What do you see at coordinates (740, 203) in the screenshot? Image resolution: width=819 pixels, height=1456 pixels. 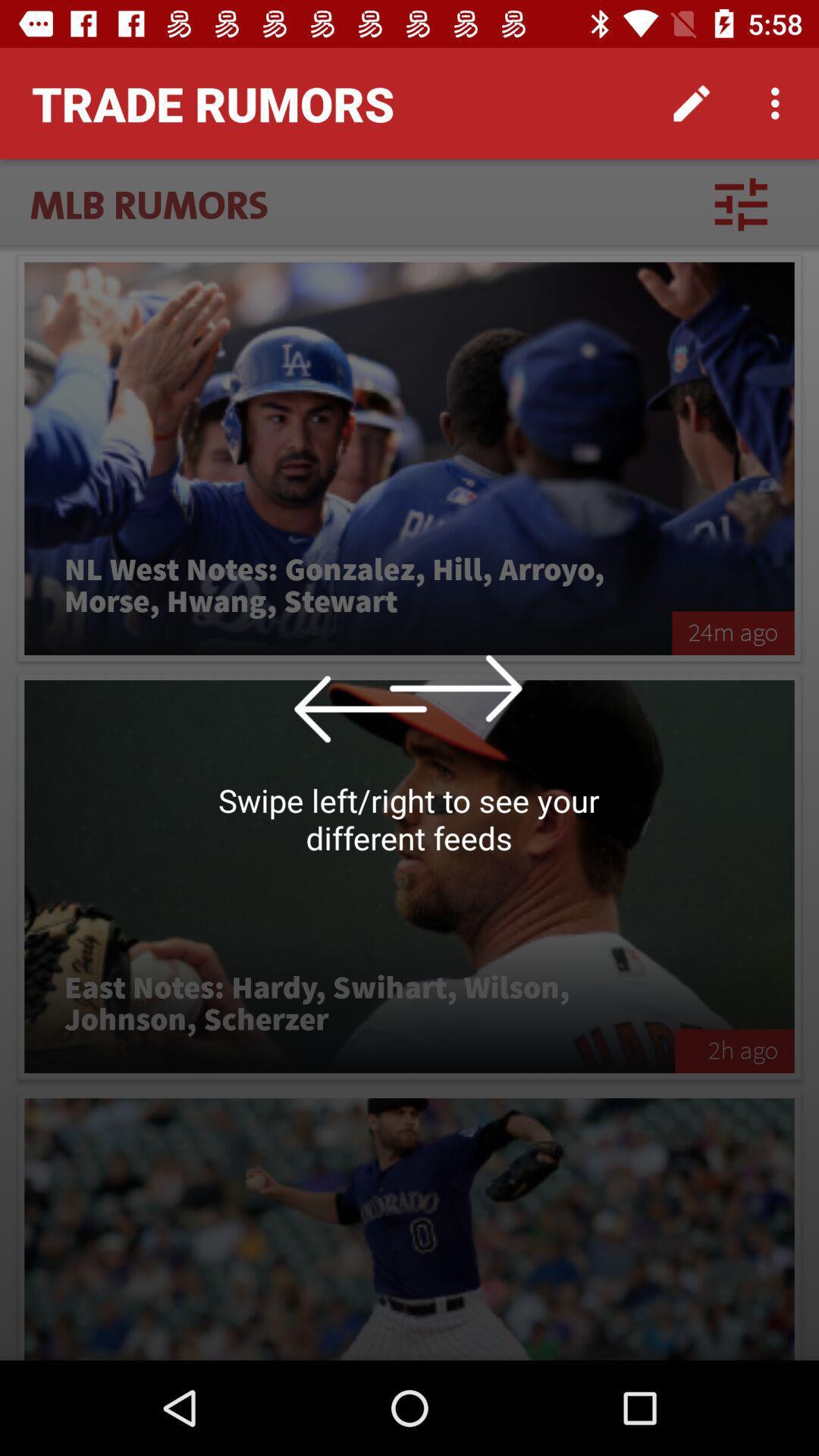 I see `the sliders icon` at bounding box center [740, 203].